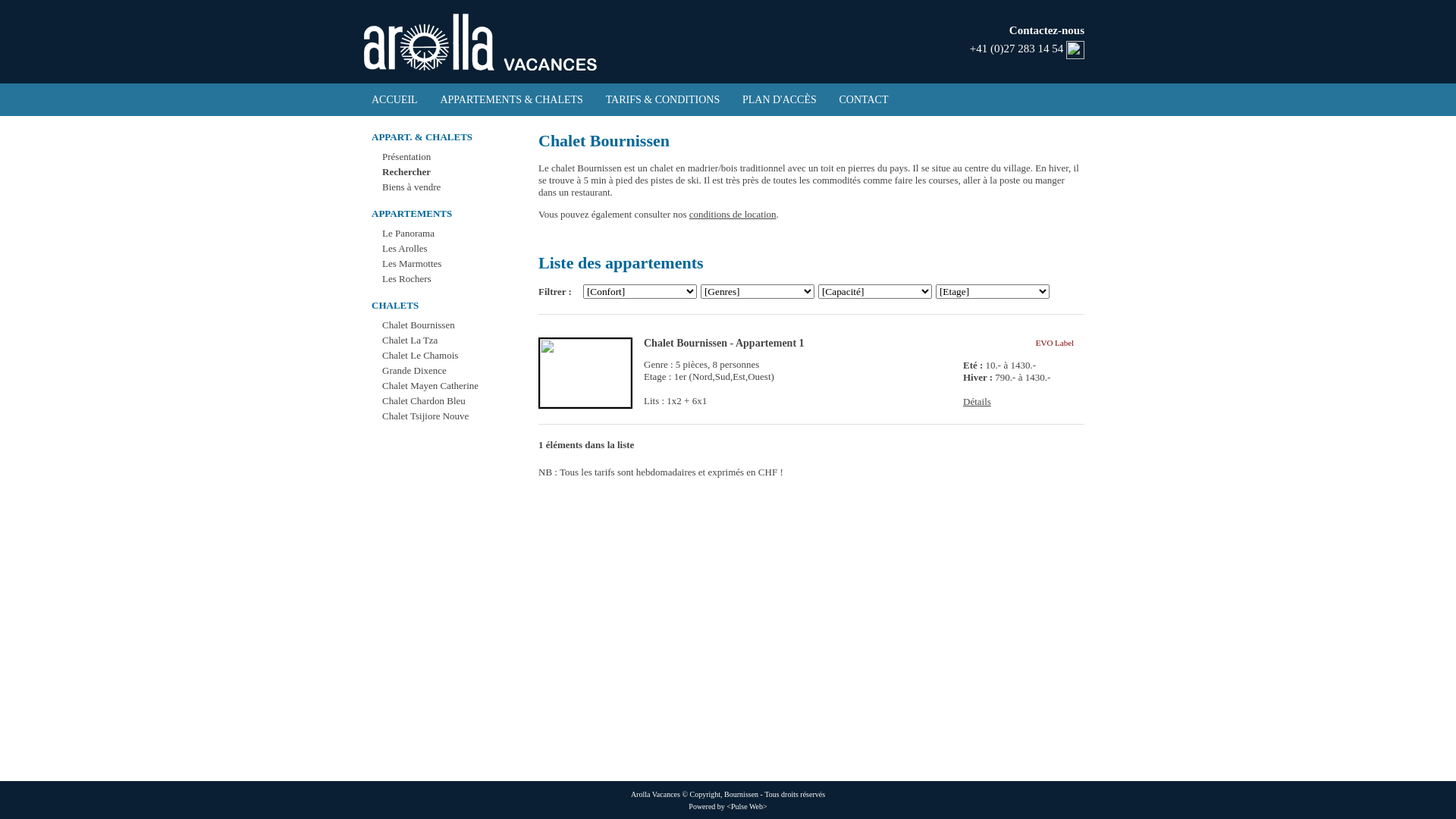 The height and width of the screenshot is (819, 1456). I want to click on 'Grande Dixence', so click(414, 370).